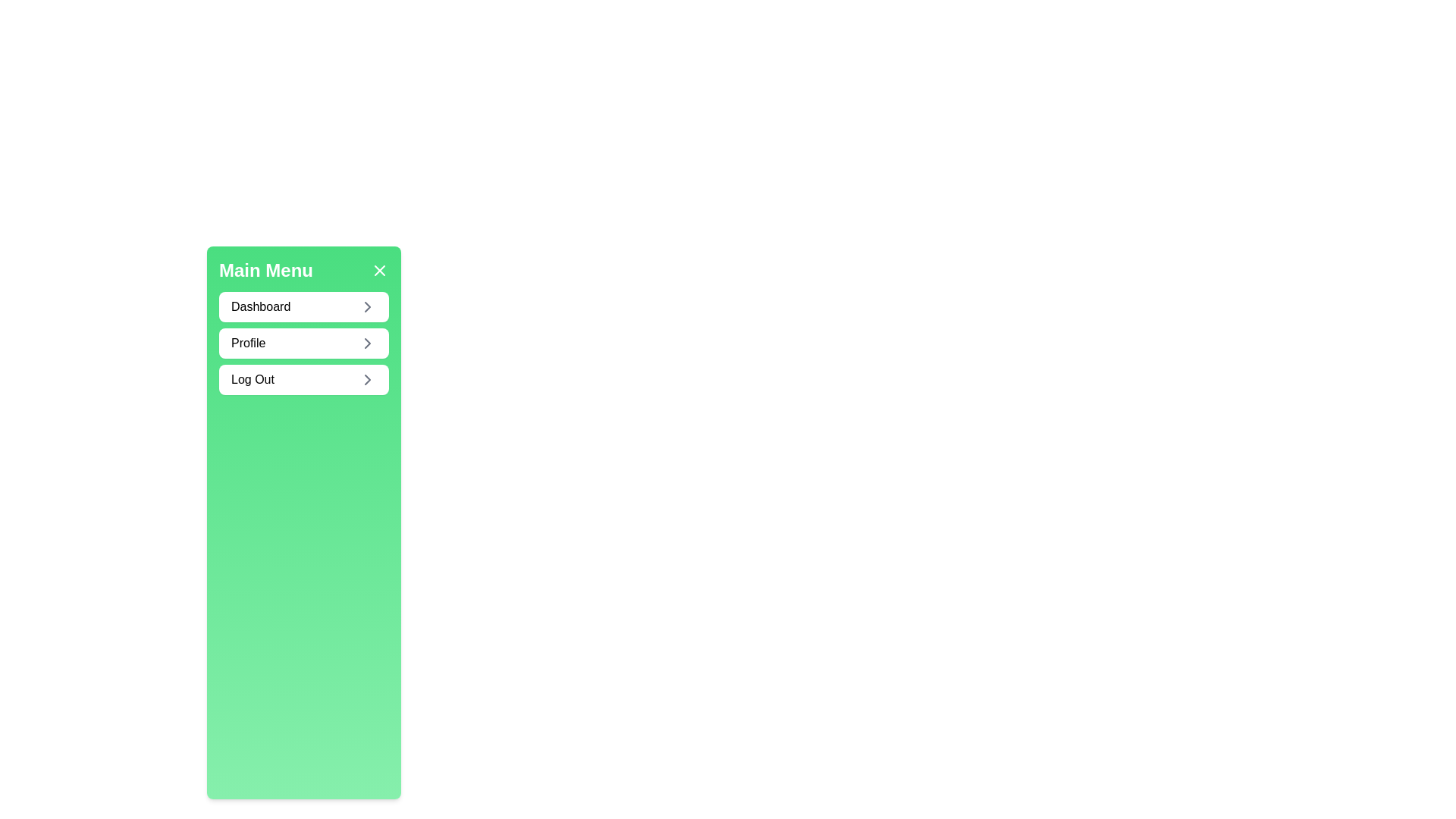 The width and height of the screenshot is (1456, 819). What do you see at coordinates (303, 307) in the screenshot?
I see `the menu item labeled Dashboard` at bounding box center [303, 307].